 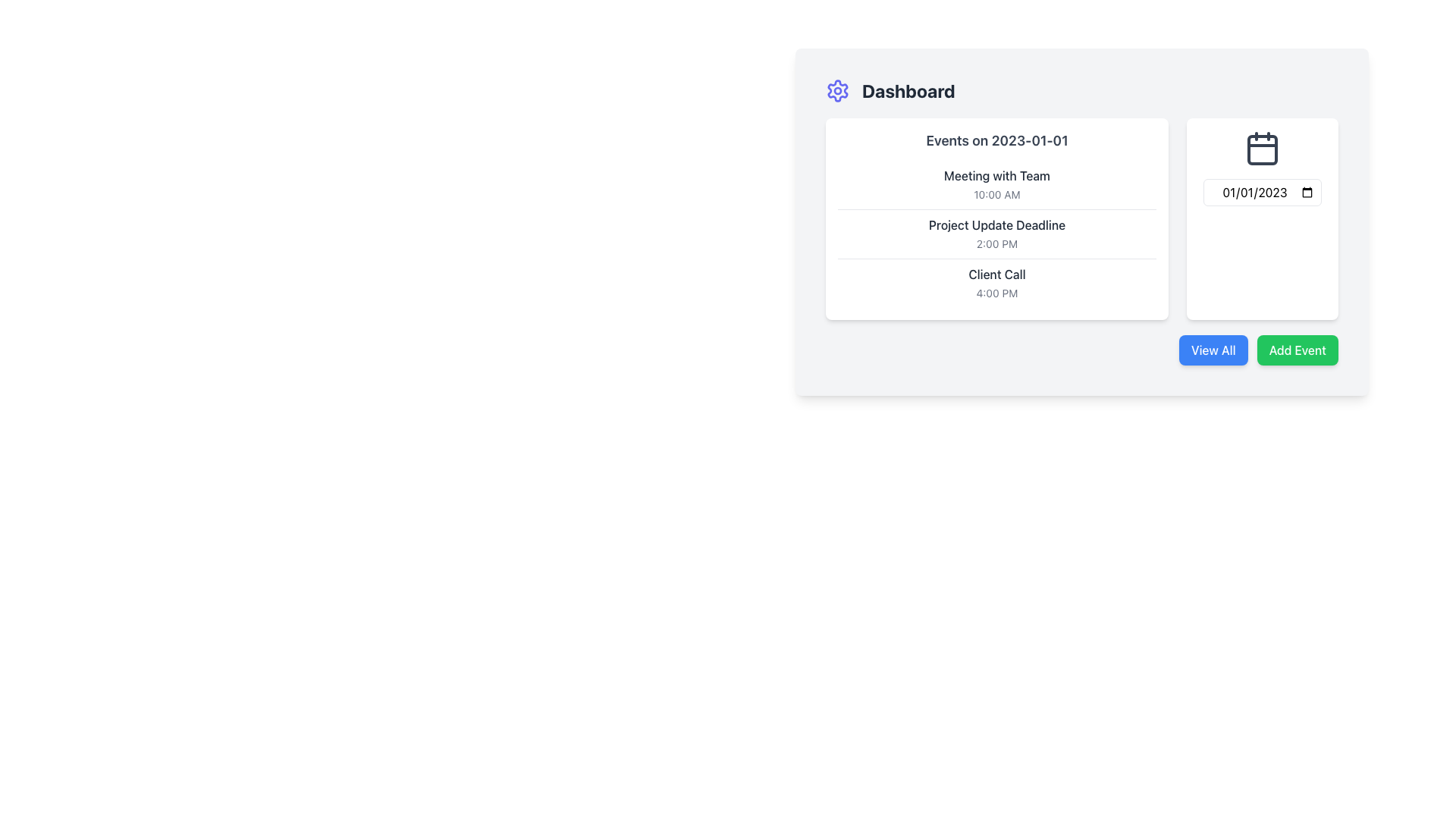 What do you see at coordinates (997, 193) in the screenshot?
I see `text label displaying '10:00 AM' which indicates a meeting time, located below 'Meeting with Team' in the events section of the Dashboard page` at bounding box center [997, 193].